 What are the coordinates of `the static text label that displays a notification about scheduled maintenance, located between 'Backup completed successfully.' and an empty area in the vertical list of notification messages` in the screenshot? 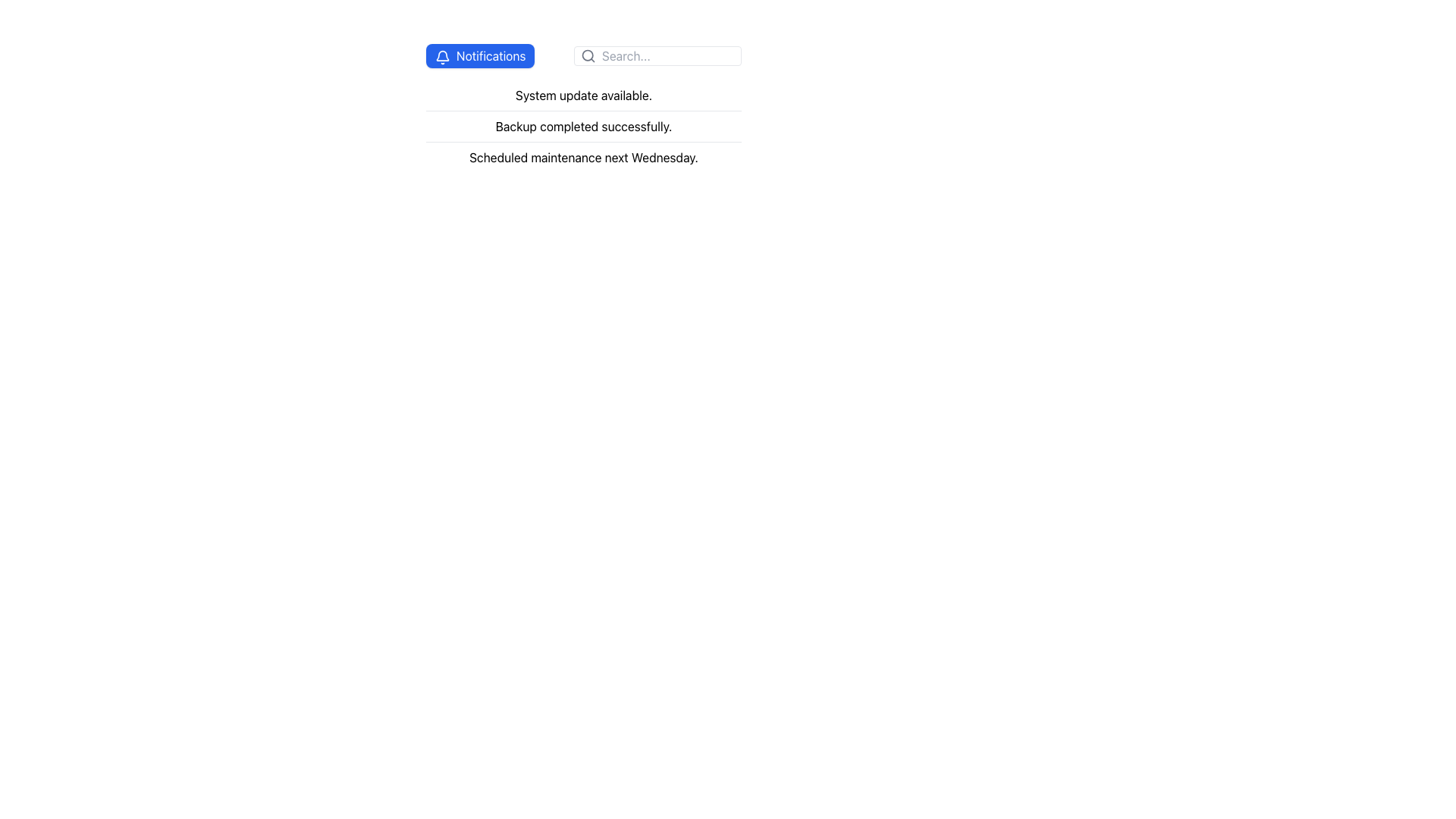 It's located at (582, 157).